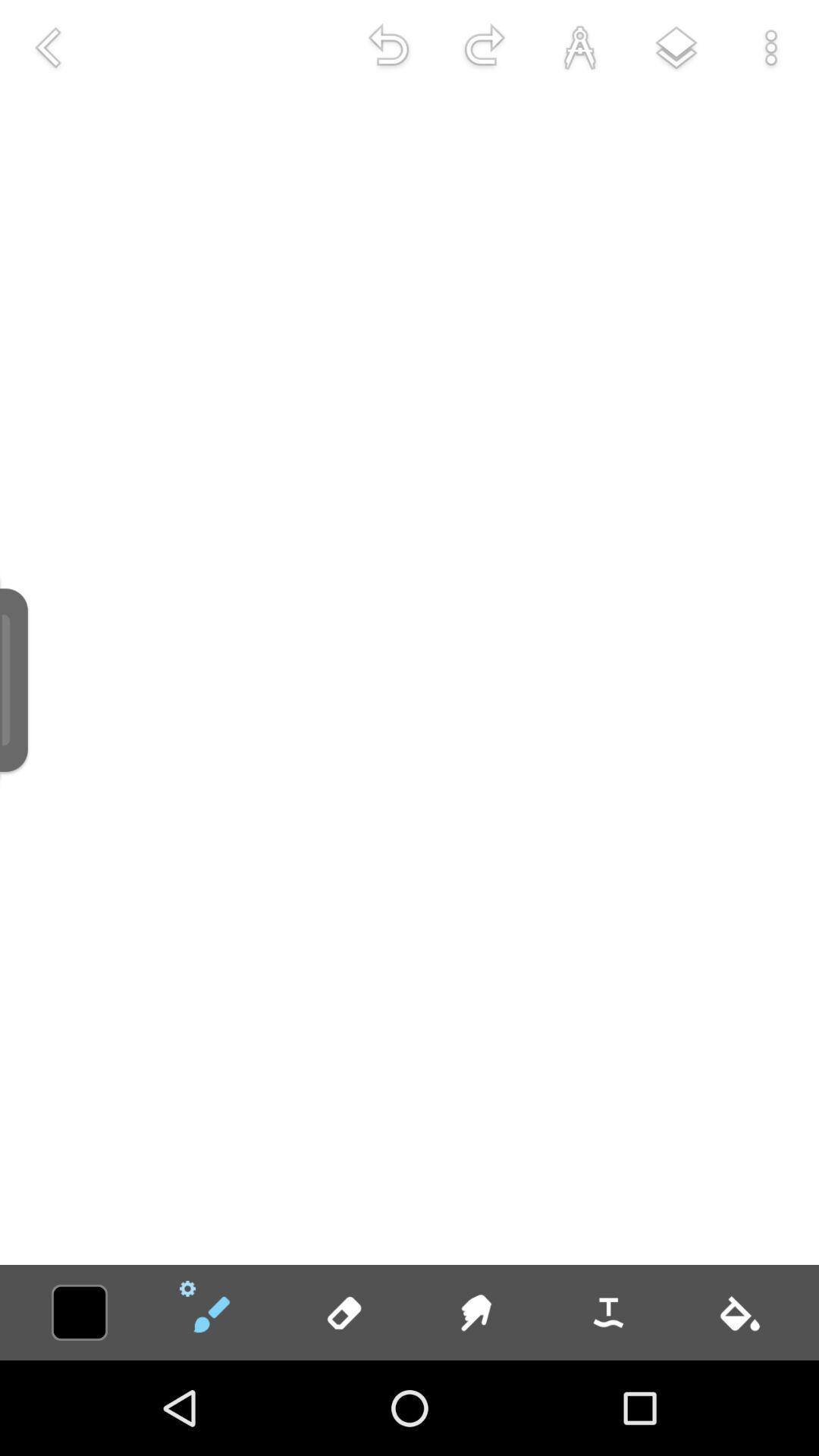 The width and height of the screenshot is (819, 1456). What do you see at coordinates (675, 47) in the screenshot?
I see `the layers icon` at bounding box center [675, 47].